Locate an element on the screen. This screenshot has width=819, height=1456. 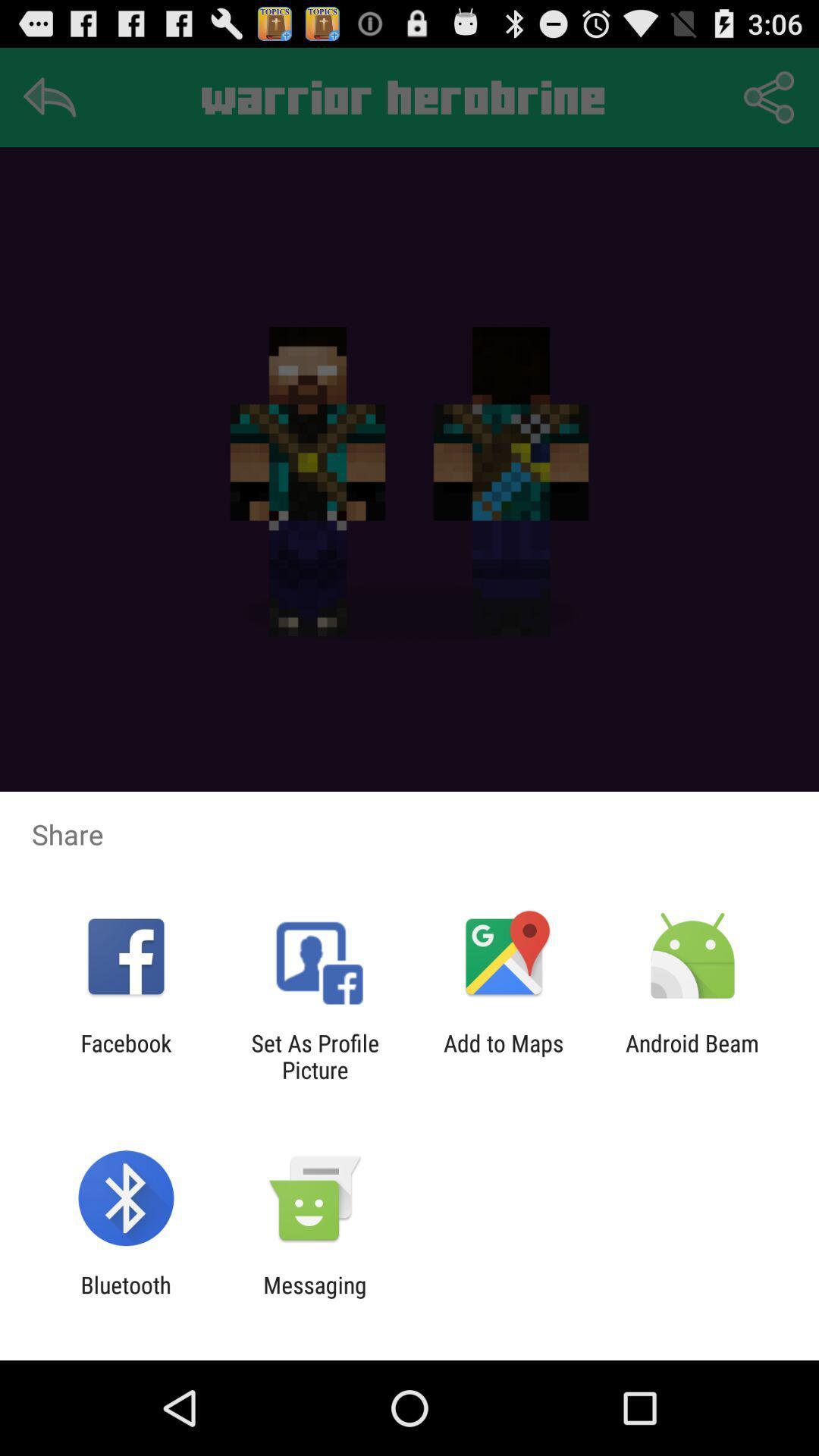
app next to the bluetooth app is located at coordinates (314, 1298).